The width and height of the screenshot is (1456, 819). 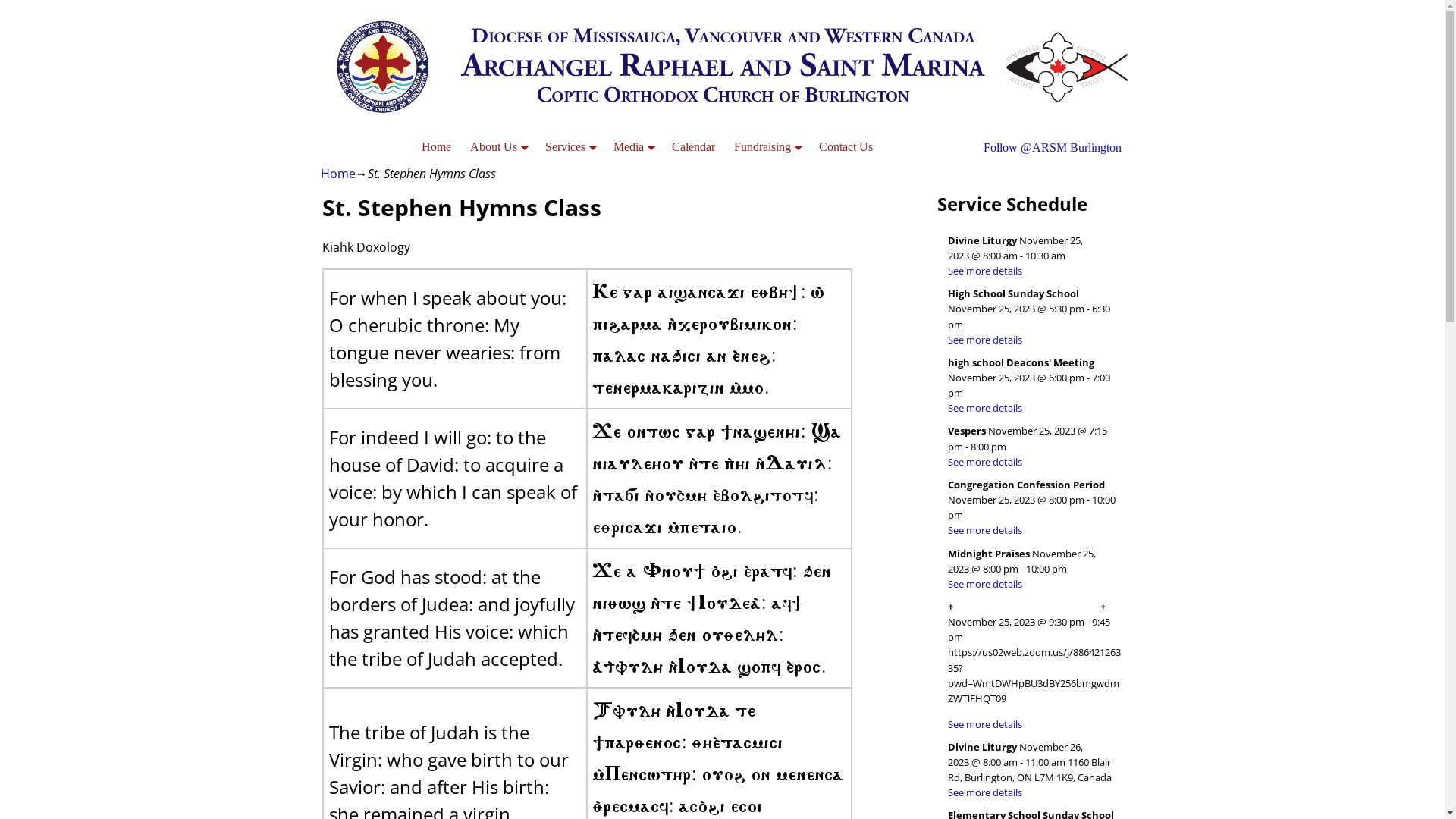 What do you see at coordinates (1051, 147) in the screenshot?
I see `'Follow @ARSM Burlington'` at bounding box center [1051, 147].